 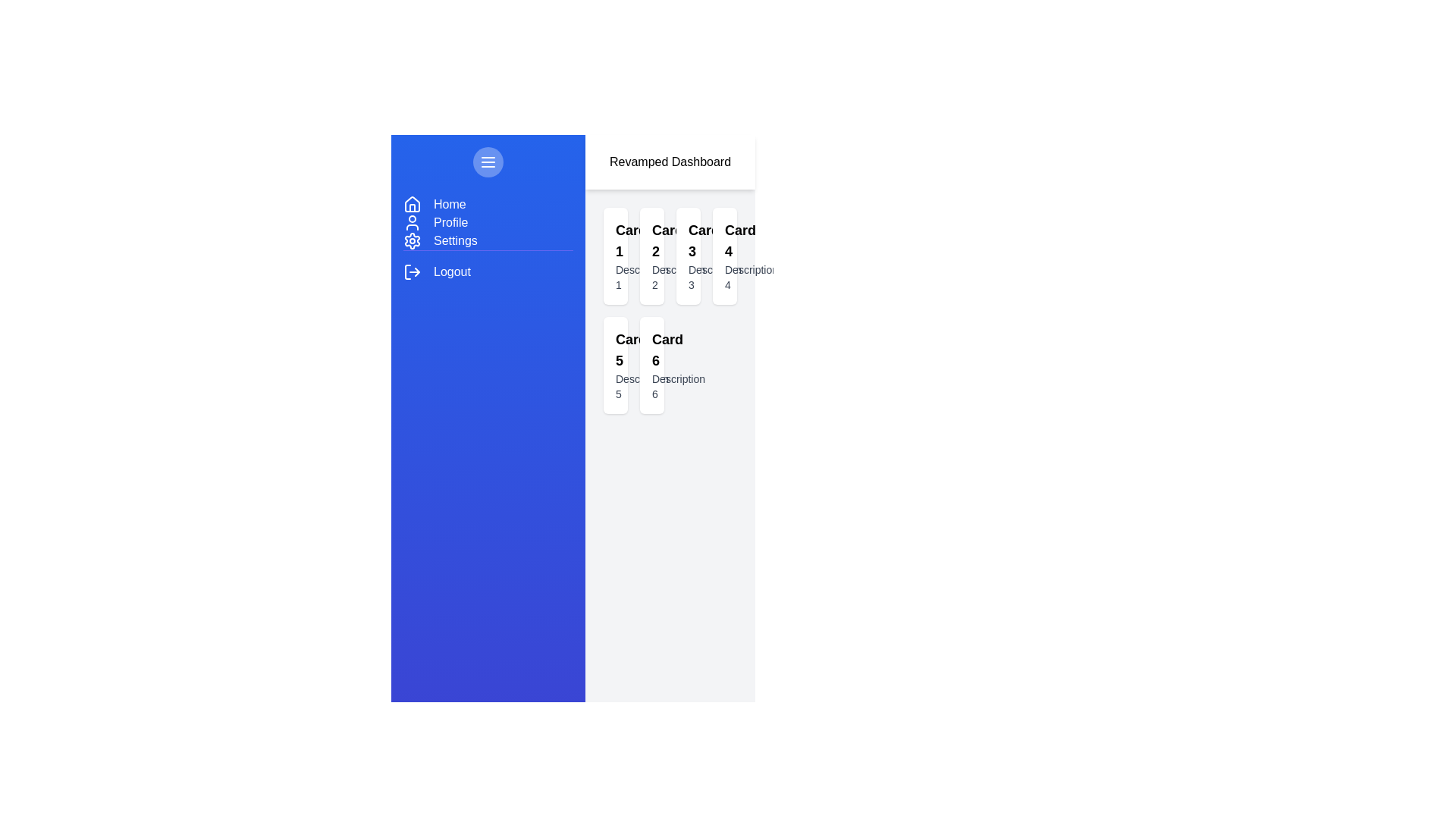 I want to click on the settings icon located in the sidebar of the interface, which is aligned vertically with other navigation items and to the left of the text label 'Settings', so click(x=412, y=240).